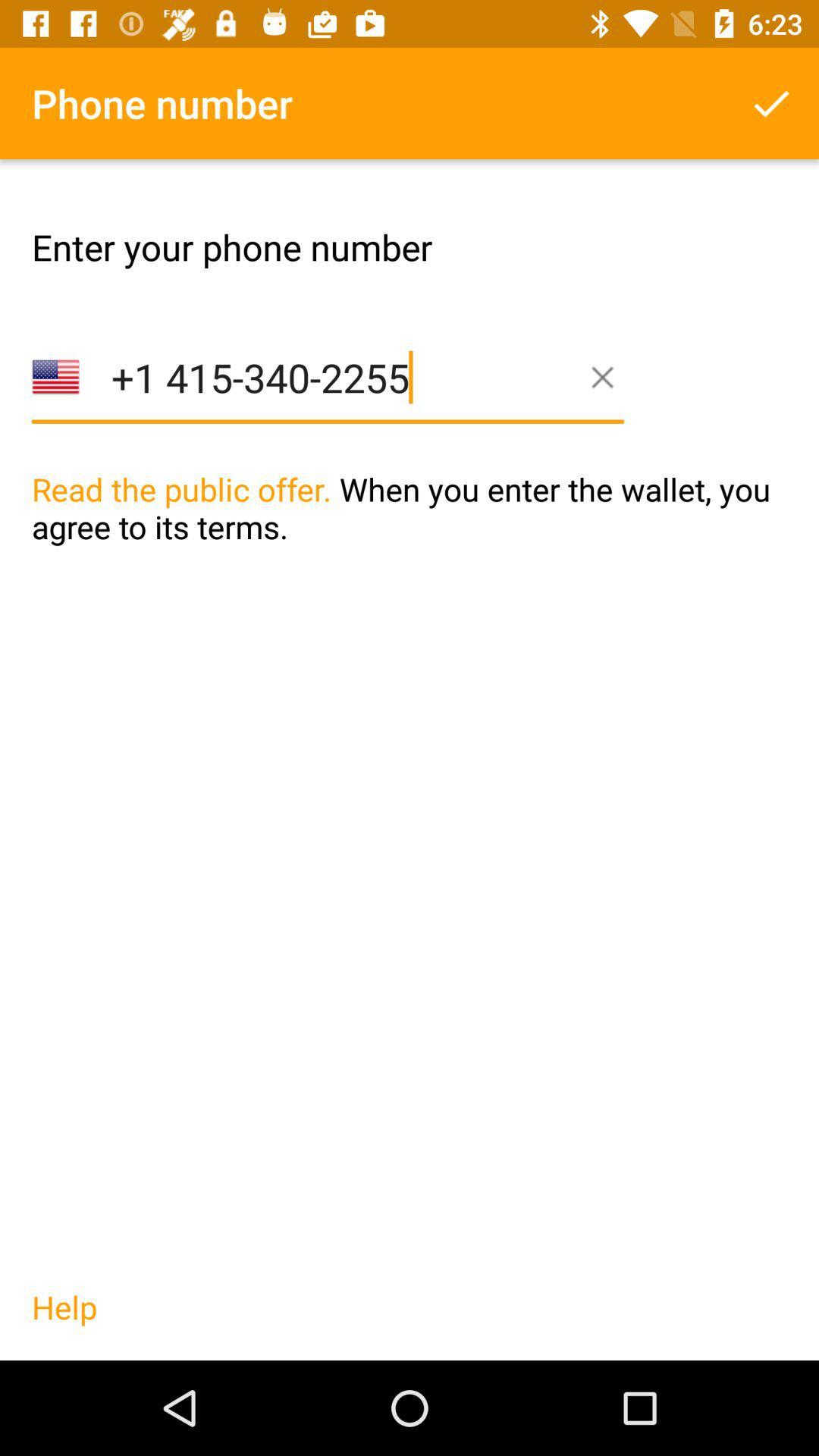 The width and height of the screenshot is (819, 1456). Describe the element at coordinates (64, 1322) in the screenshot. I see `help at the bottom left corner` at that location.